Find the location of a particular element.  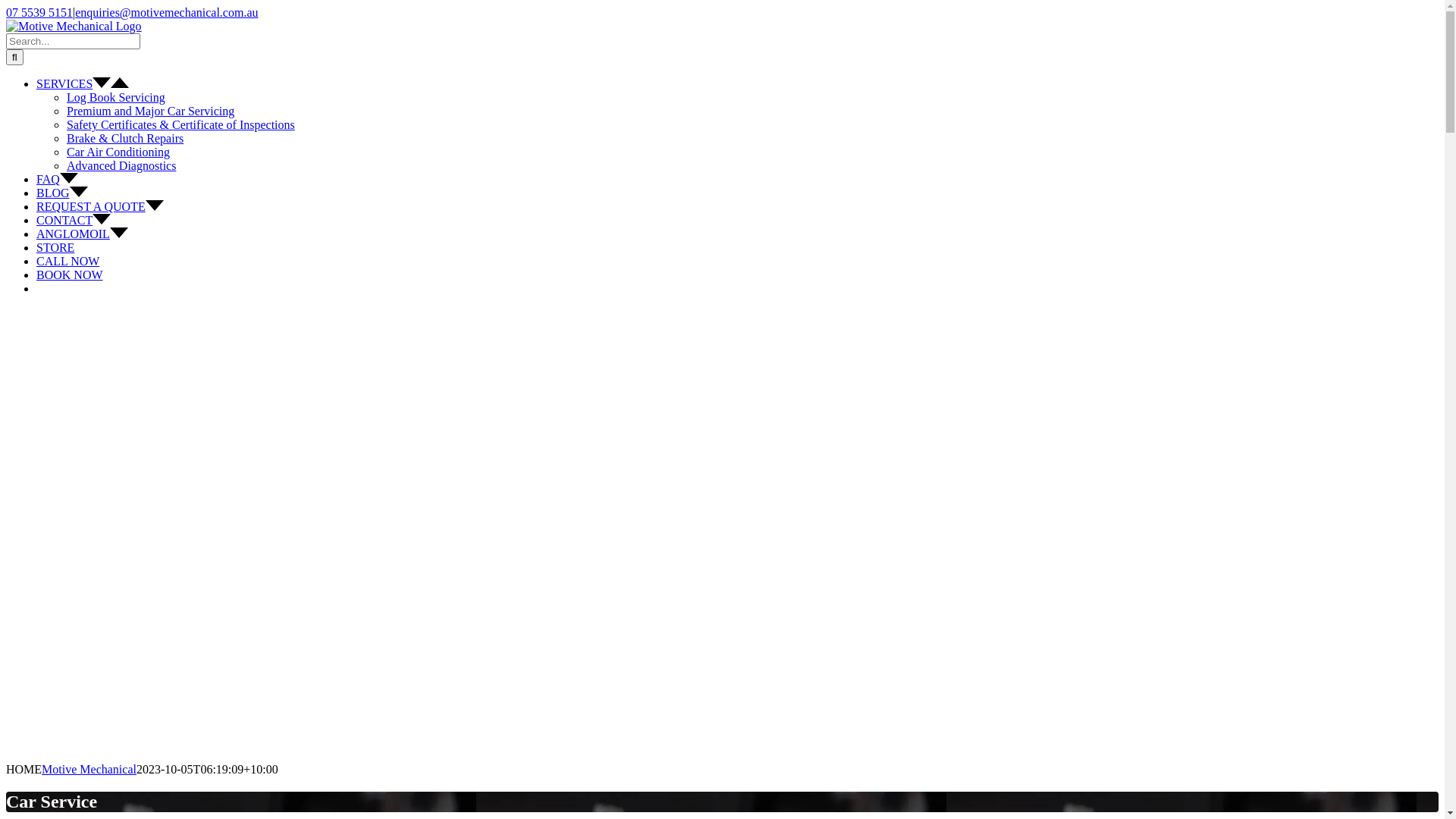

'FAQ' is located at coordinates (57, 178).